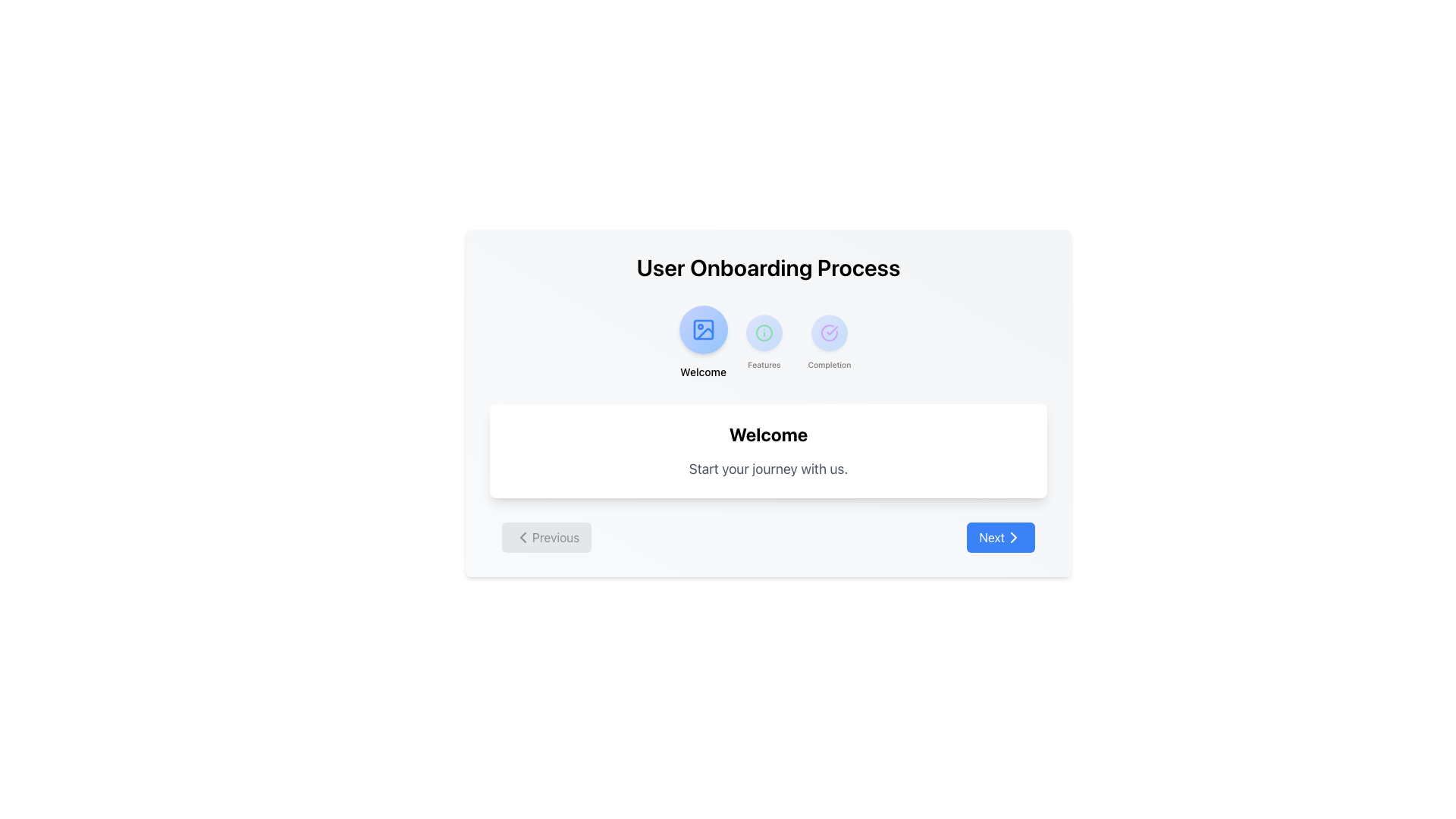 This screenshot has width=1456, height=819. I want to click on the circular 'Features' button with a gradient blue background and an 'i' icon, so click(764, 342).